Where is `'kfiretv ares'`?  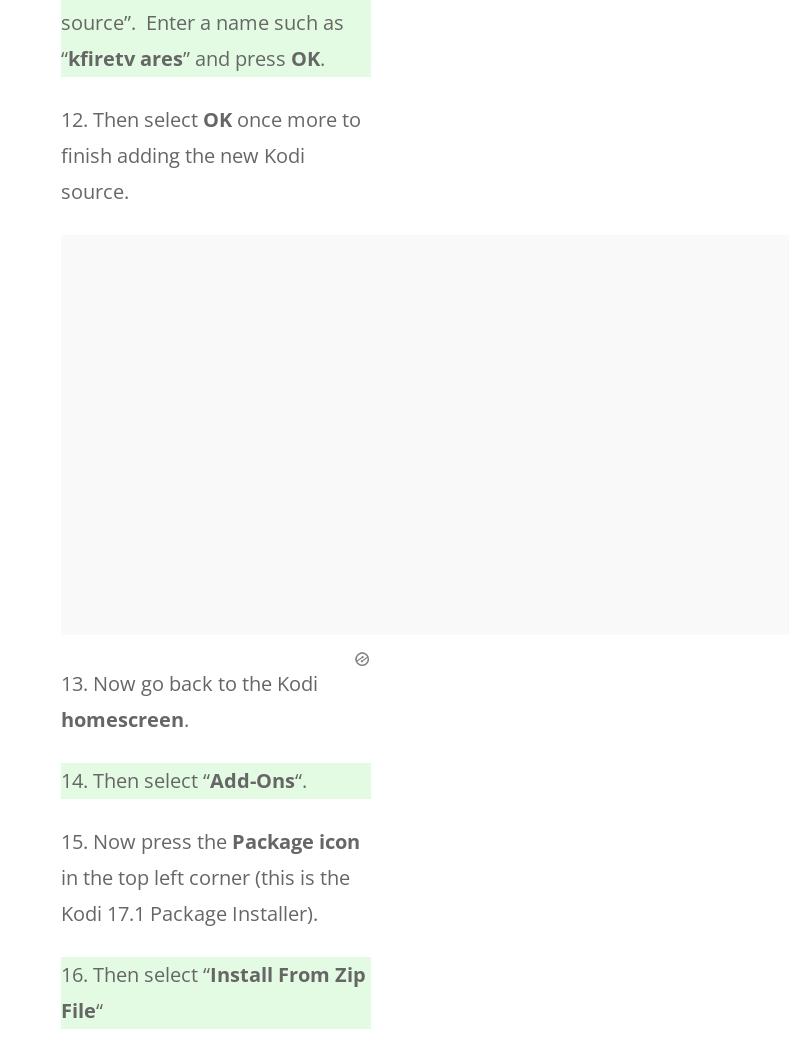
'kfiretv ares' is located at coordinates (125, 57).